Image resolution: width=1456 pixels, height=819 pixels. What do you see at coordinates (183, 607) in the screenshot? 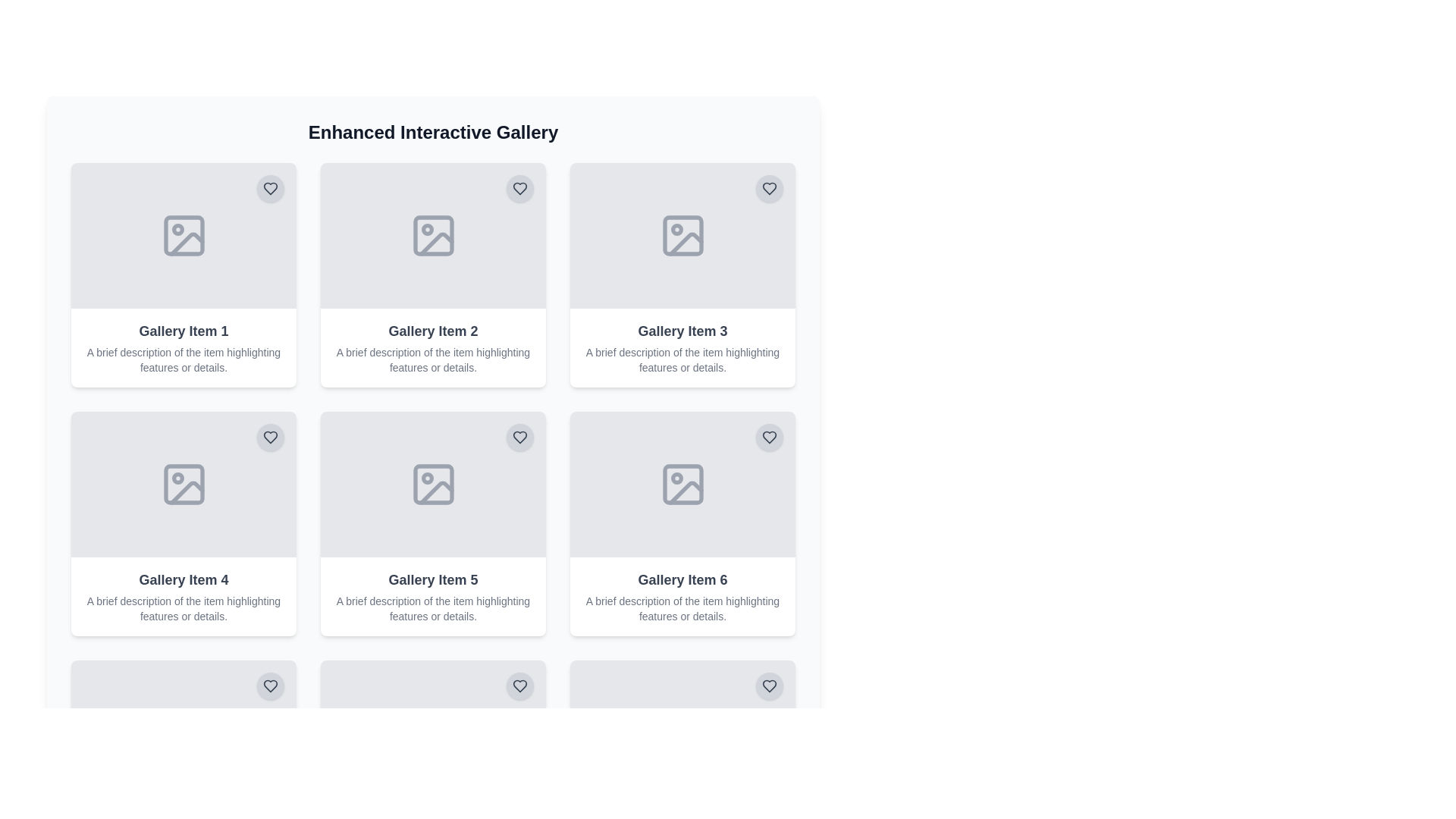
I see `the text element providing additional details or a summary of the associated gallery item, located immediately below the header text 'Gallery Item 4' in the fourth column of a grid layout` at bounding box center [183, 607].